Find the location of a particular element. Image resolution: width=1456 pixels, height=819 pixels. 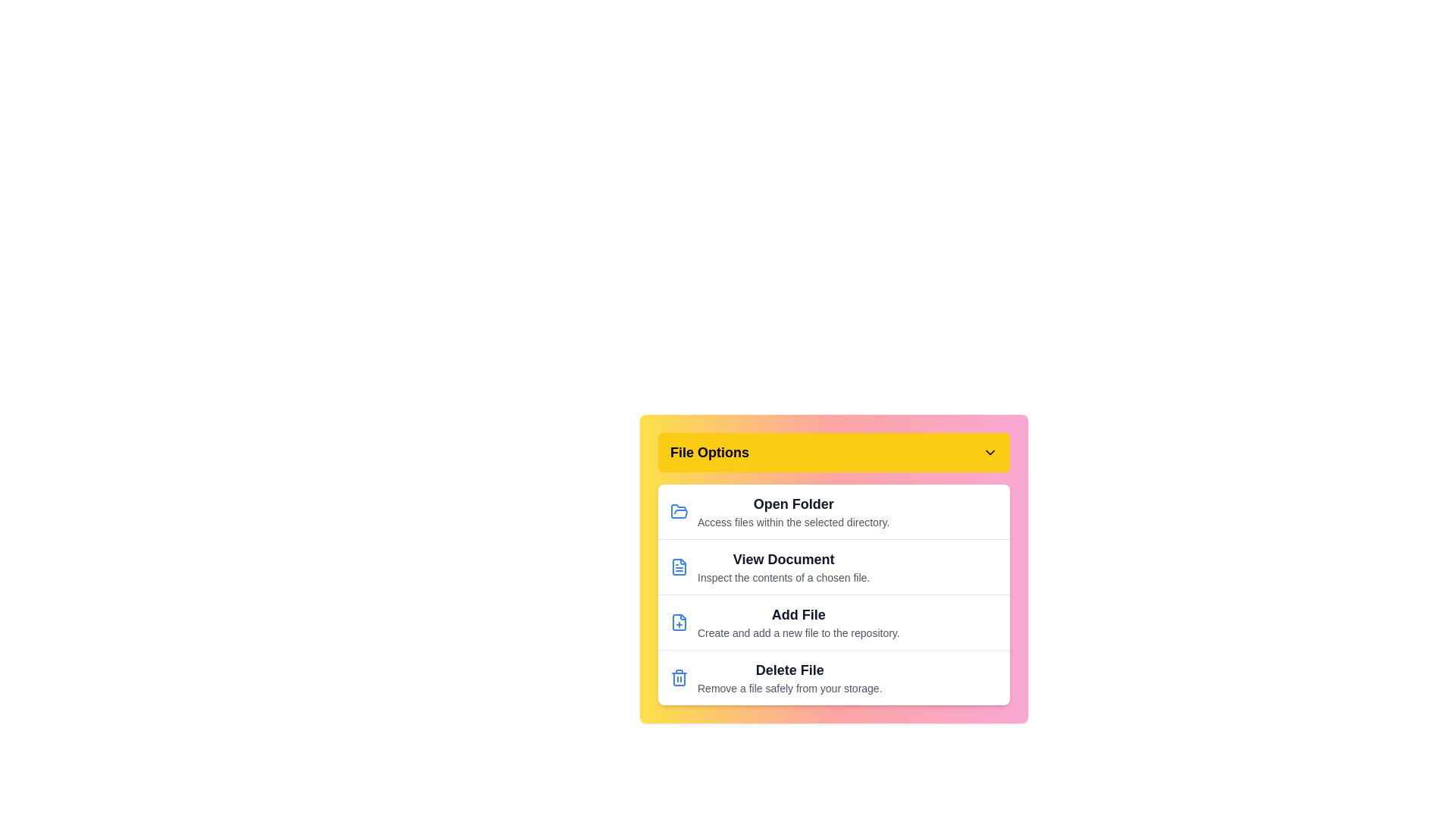

the 'Add File' list item in the 'File Options' menu is located at coordinates (833, 622).